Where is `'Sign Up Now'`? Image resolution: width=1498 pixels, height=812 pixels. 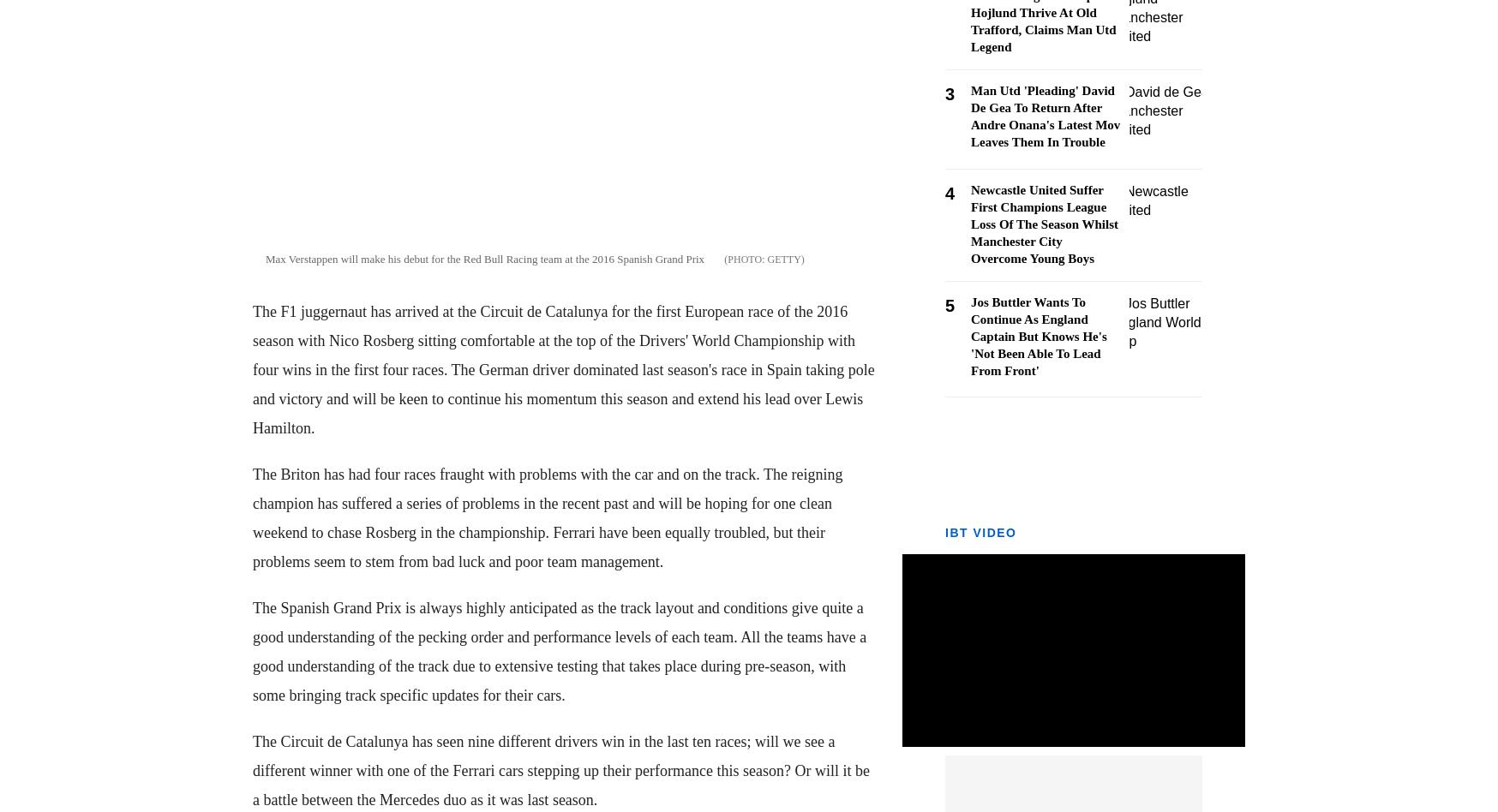
'Sign Up Now' is located at coordinates (1113, 473).